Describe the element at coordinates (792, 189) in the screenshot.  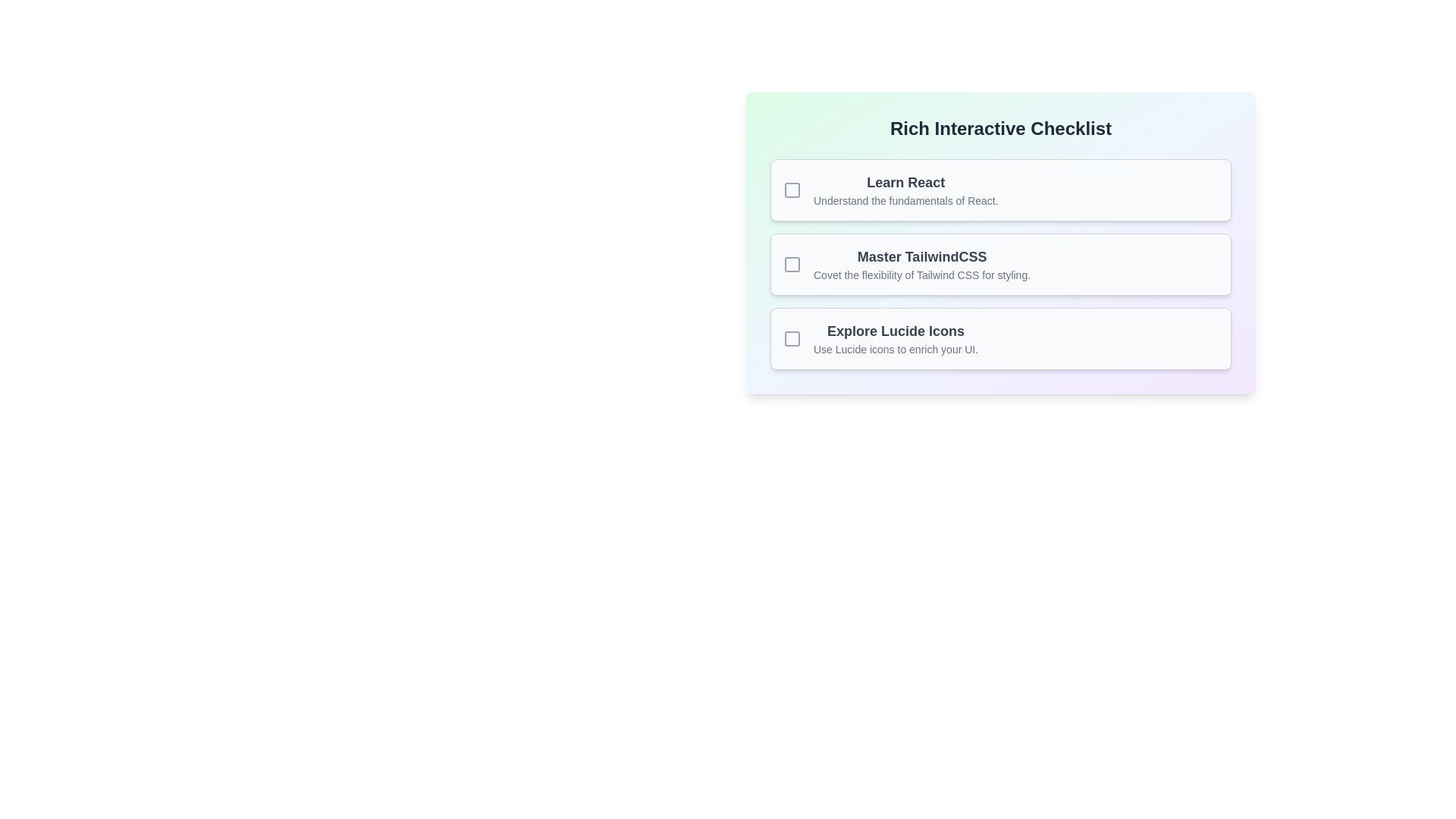
I see `the empty checkbox located next` at that location.